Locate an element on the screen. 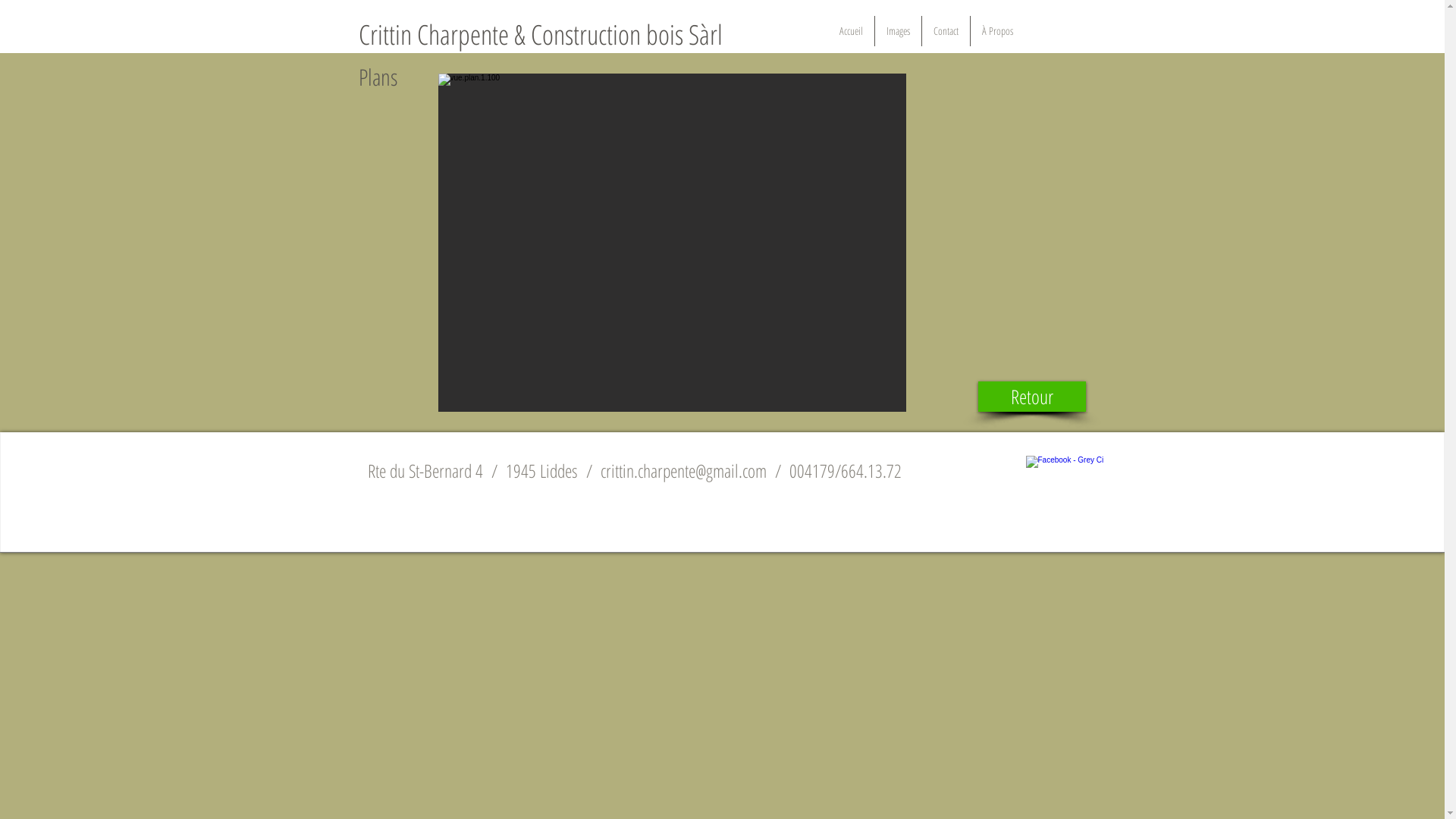 The width and height of the screenshot is (1456, 819). 'Images' is located at coordinates (898, 31).